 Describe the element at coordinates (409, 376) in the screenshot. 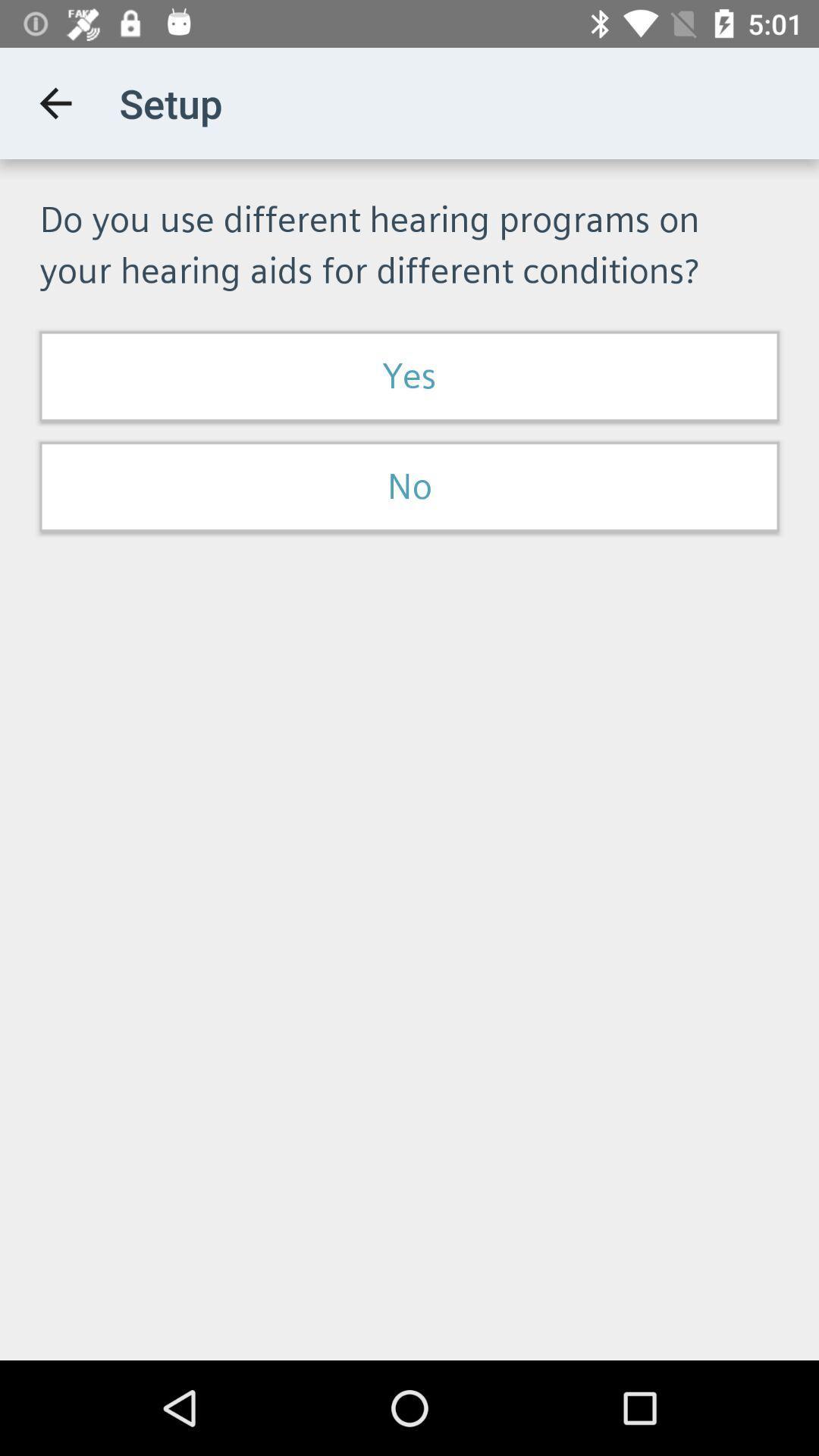

I see `the icon below do you use icon` at that location.